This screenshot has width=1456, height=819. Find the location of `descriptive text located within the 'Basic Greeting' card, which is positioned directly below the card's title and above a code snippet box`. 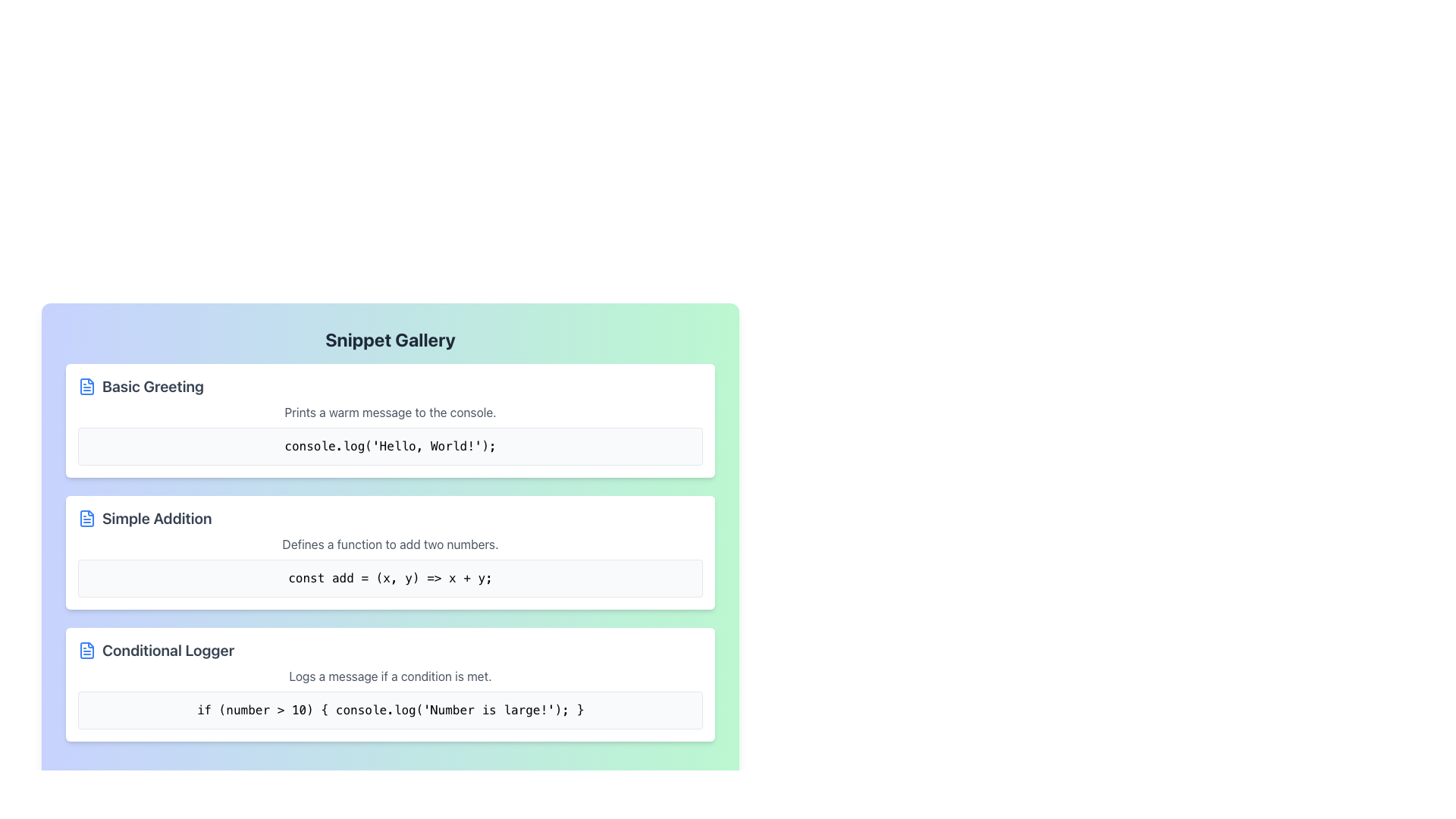

descriptive text located within the 'Basic Greeting' card, which is positioned directly below the card's title and above a code snippet box is located at coordinates (390, 412).